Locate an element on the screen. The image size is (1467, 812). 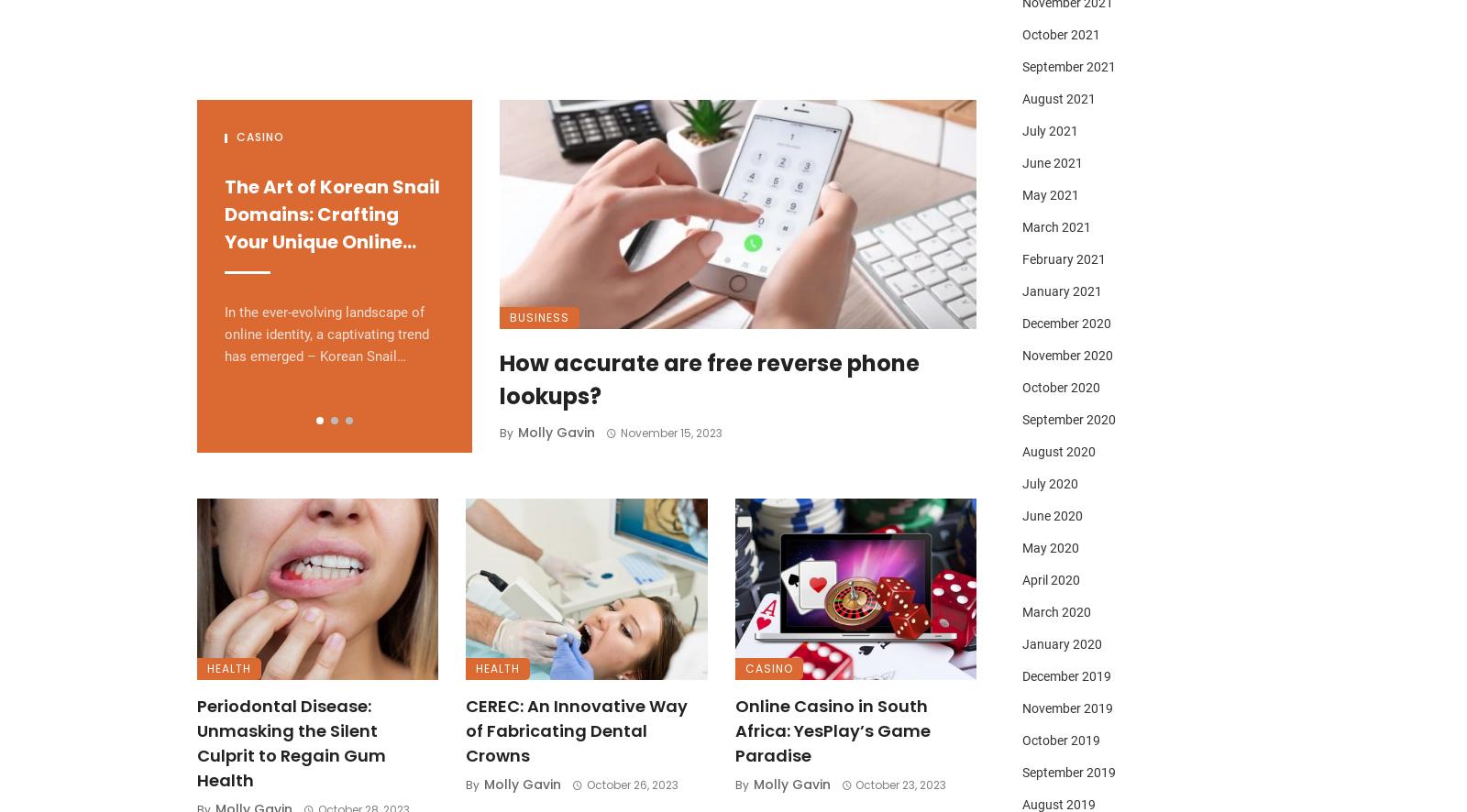
'June 2020' is located at coordinates (1053, 515).